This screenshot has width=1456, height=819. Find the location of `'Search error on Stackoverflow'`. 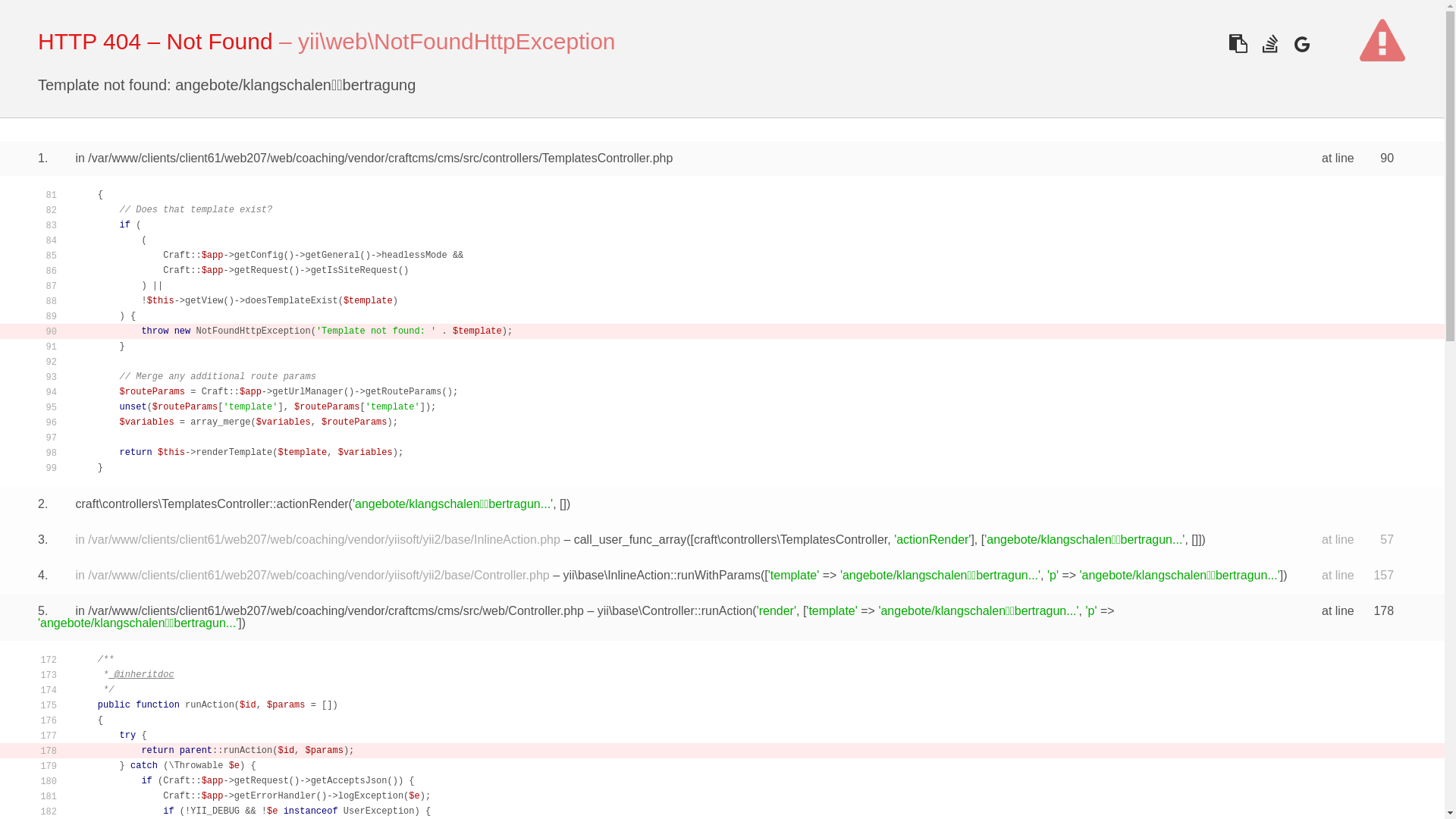

'Search error on Stackoverflow' is located at coordinates (1269, 42).